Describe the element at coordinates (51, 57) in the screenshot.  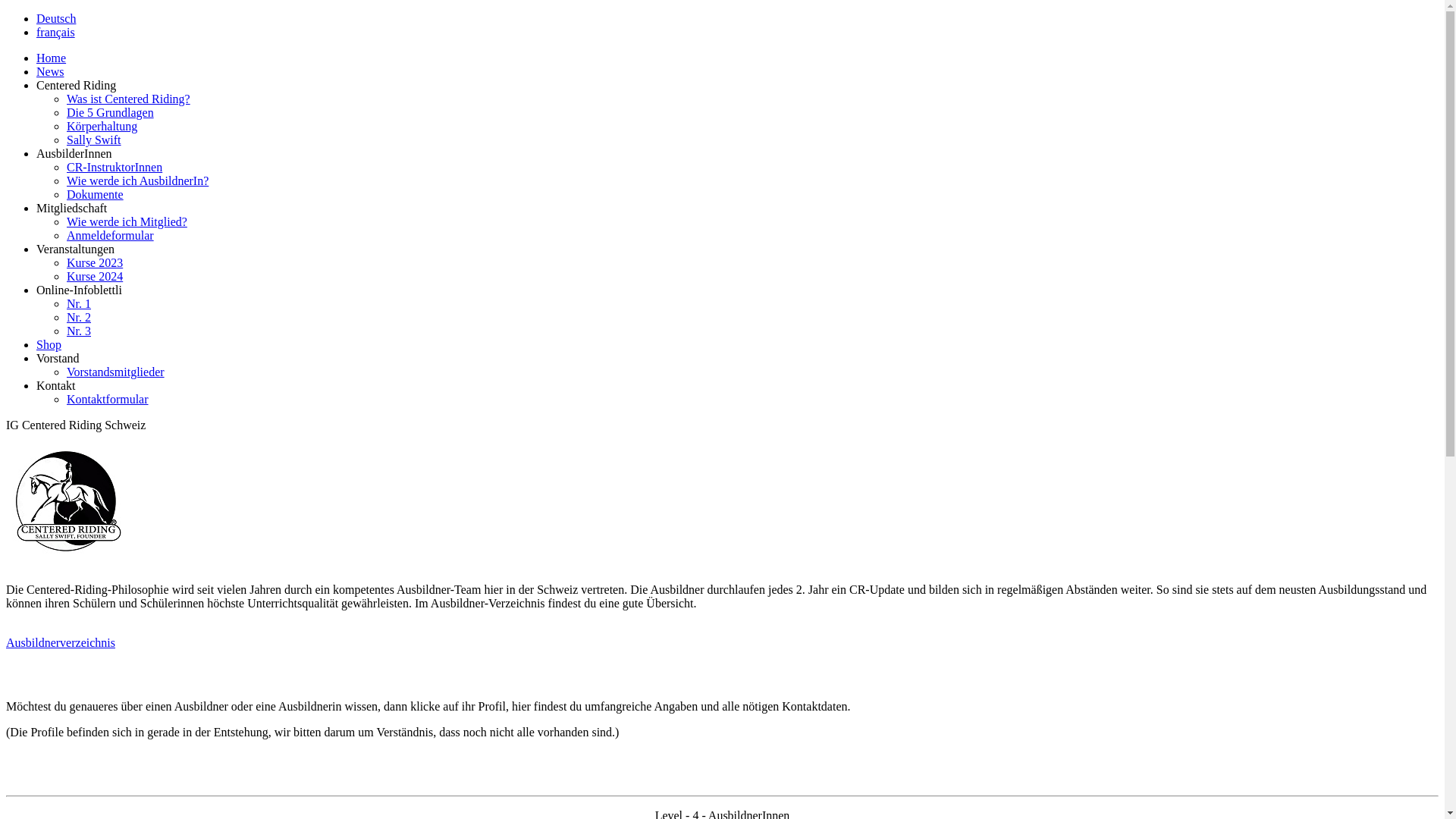
I see `'Home'` at that location.